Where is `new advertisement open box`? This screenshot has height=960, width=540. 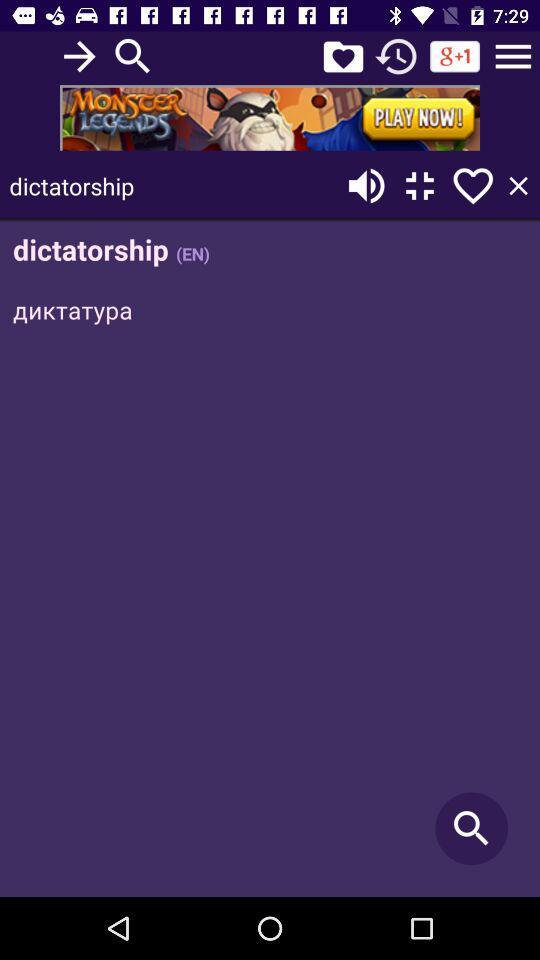 new advertisement open box is located at coordinates (270, 117).